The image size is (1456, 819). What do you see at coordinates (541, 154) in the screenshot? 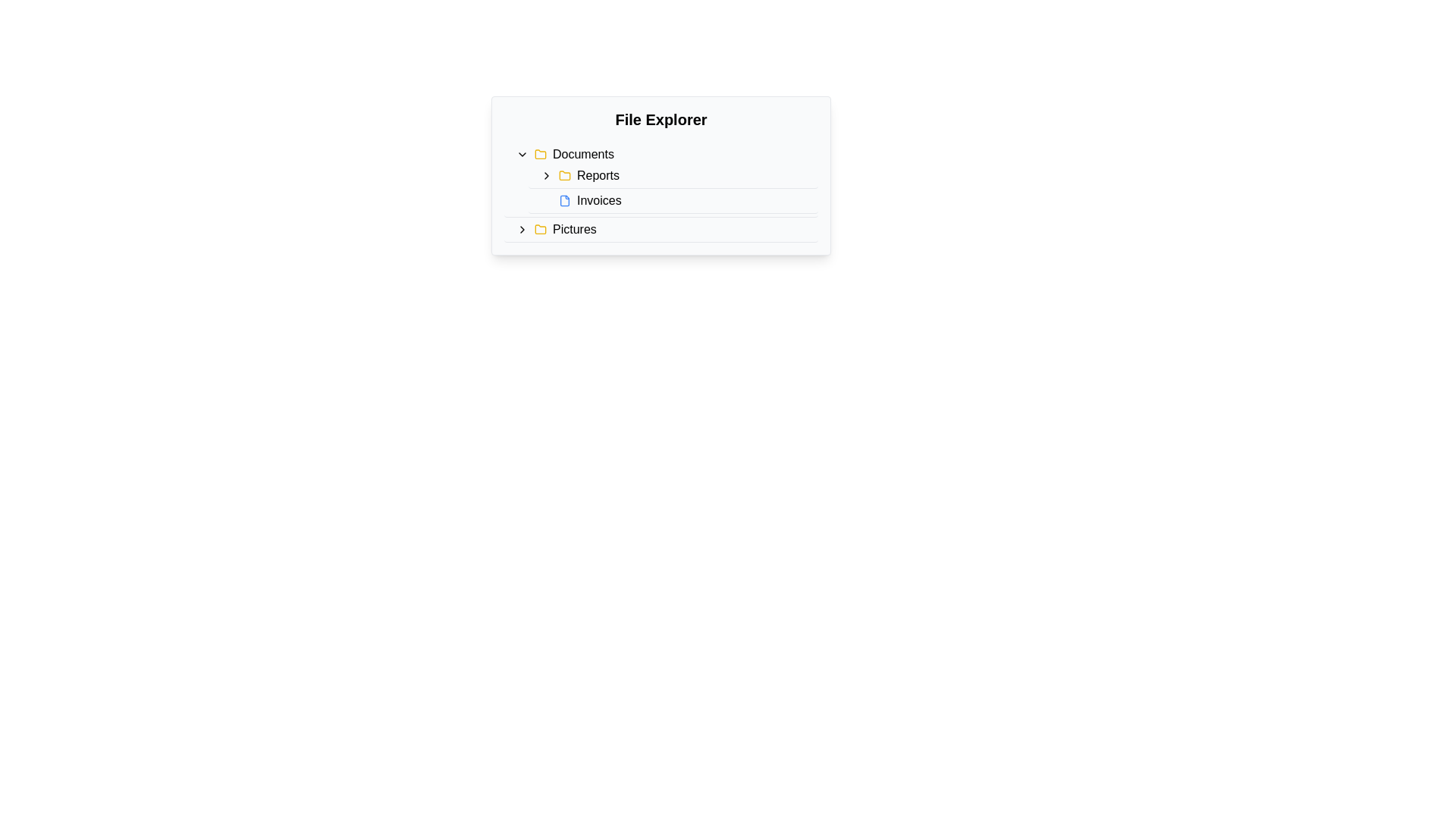
I see `the folder icon in the file explorer interface, which is visually represented by a yellowish folder and positioned to the left of the 'Documents' label` at bounding box center [541, 154].